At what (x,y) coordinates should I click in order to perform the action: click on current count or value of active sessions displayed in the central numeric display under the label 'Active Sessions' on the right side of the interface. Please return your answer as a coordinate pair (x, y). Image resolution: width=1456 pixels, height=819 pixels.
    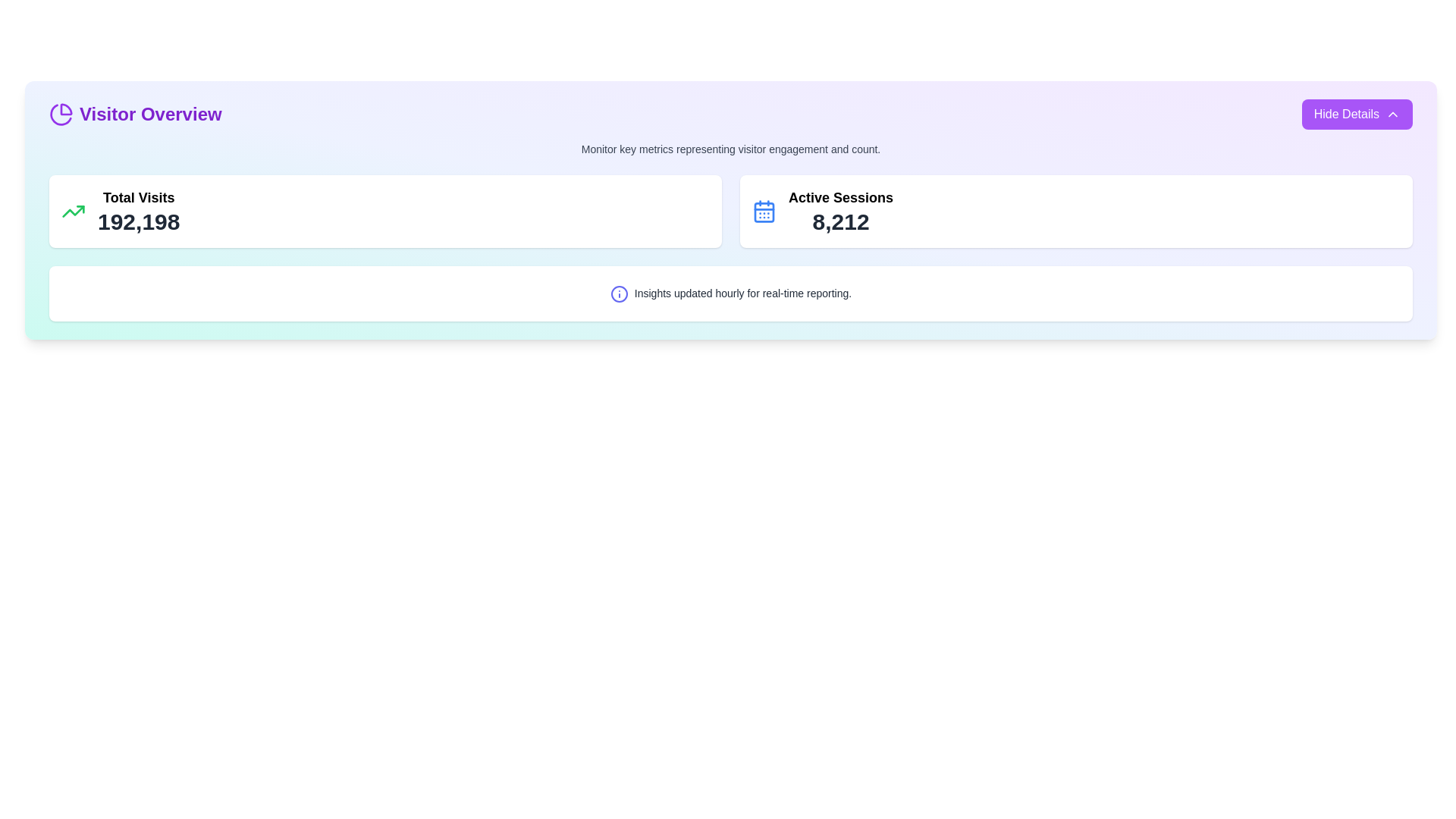
    Looking at the image, I should click on (839, 222).